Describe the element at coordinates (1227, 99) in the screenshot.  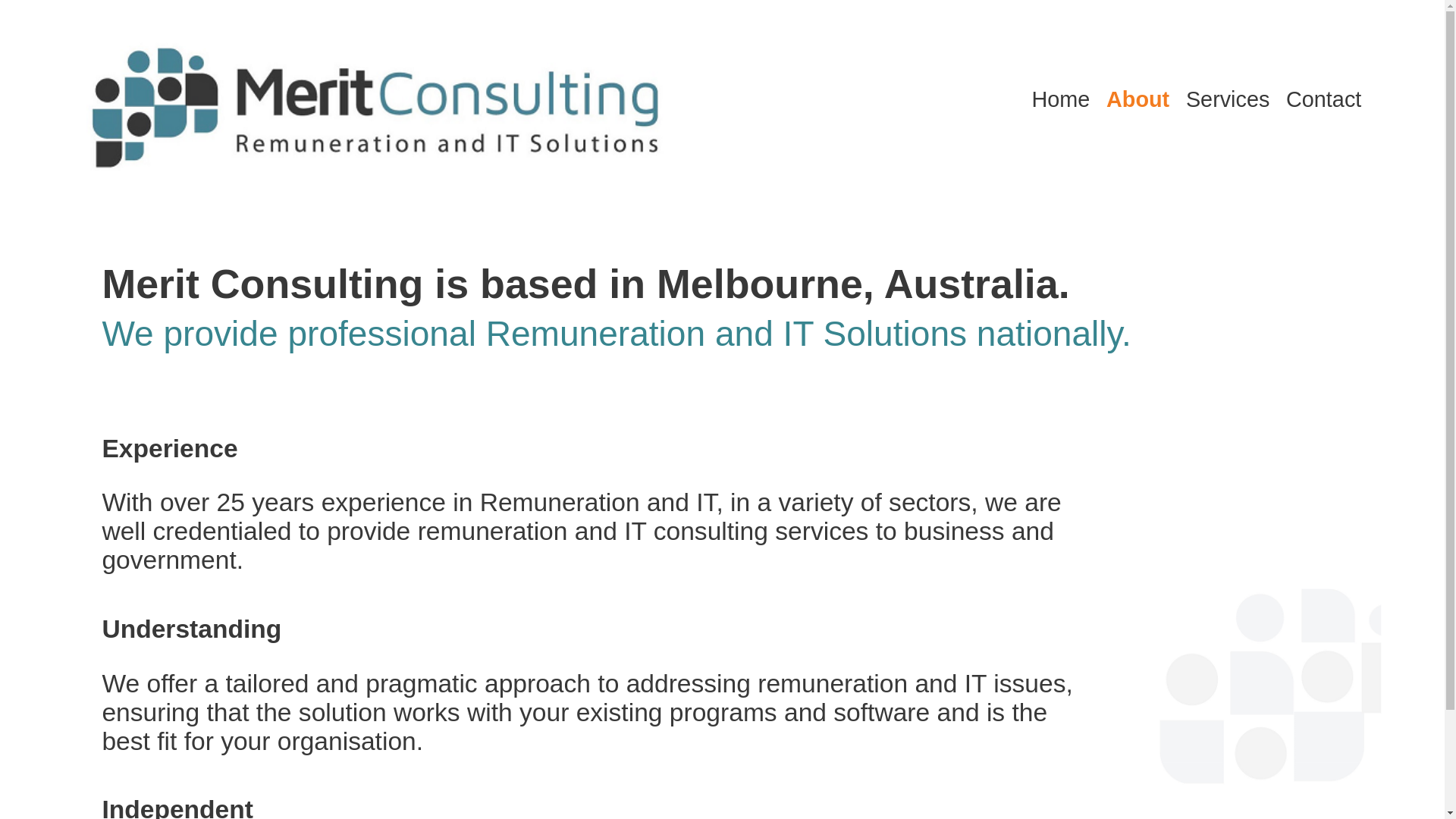
I see `'Services'` at that location.